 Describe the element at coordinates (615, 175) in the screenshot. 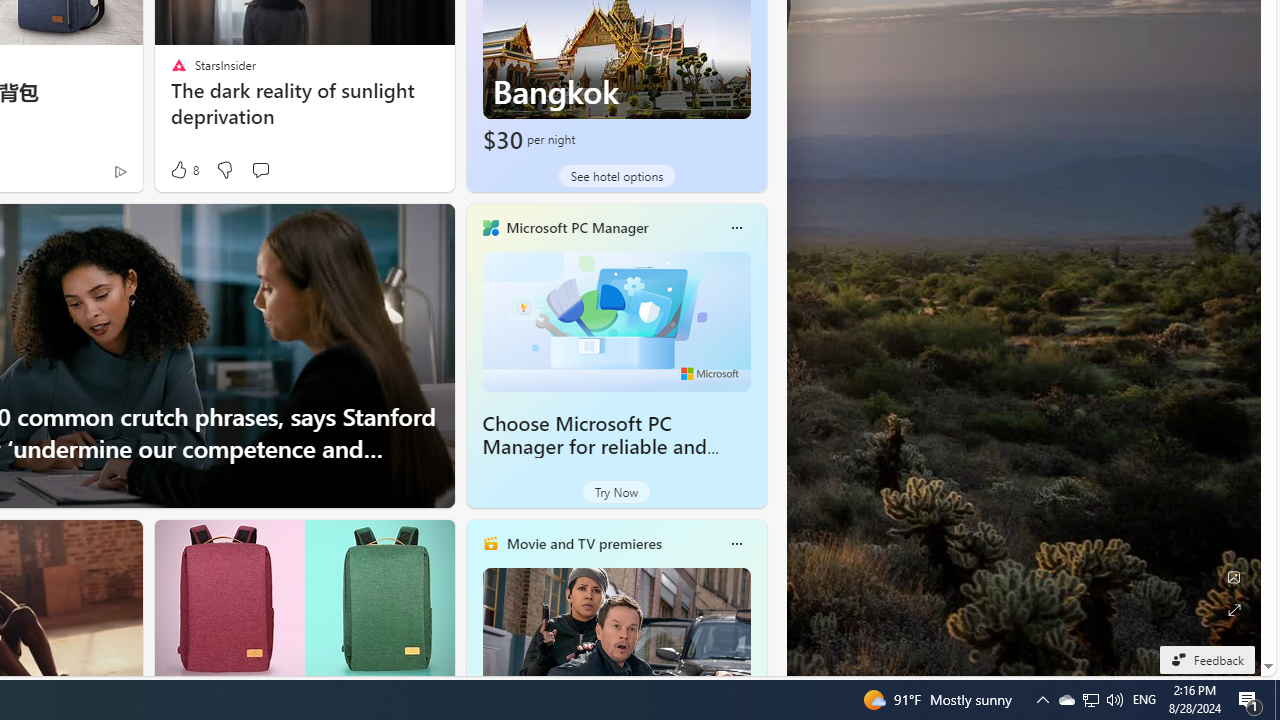

I see `'See hotel options'` at that location.